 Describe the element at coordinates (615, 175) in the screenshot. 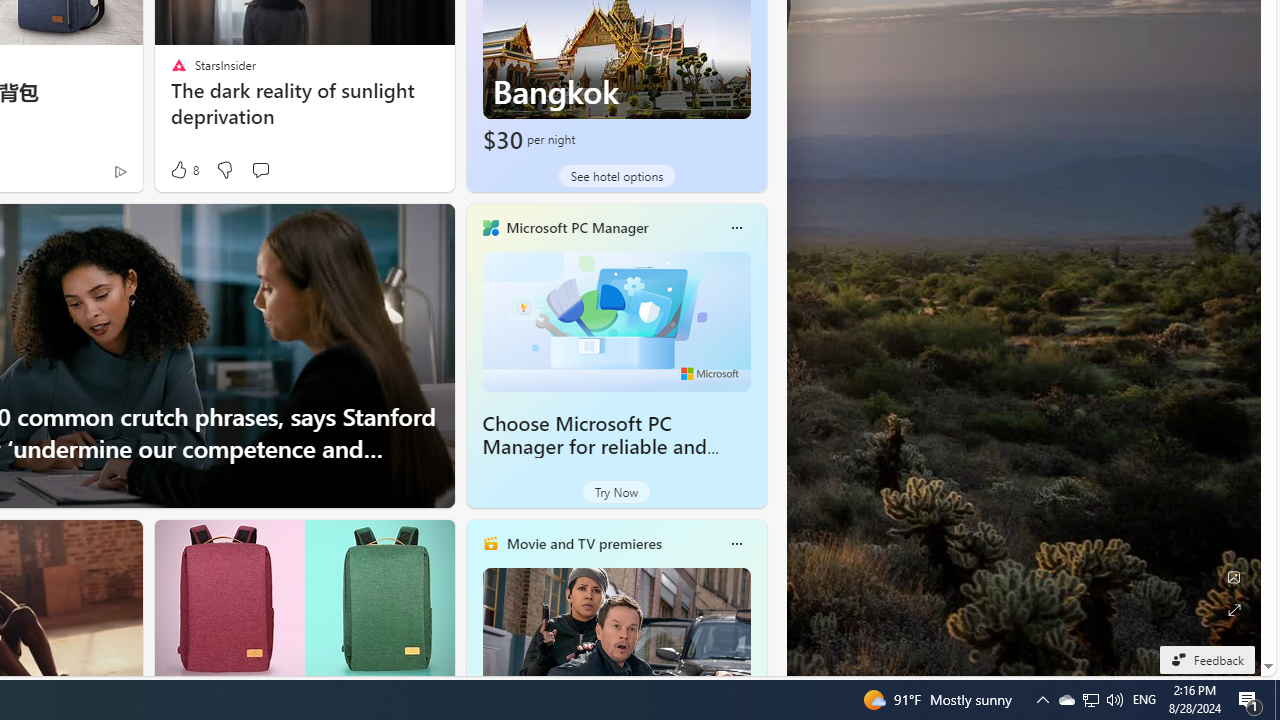

I see `'See hotel options'` at that location.